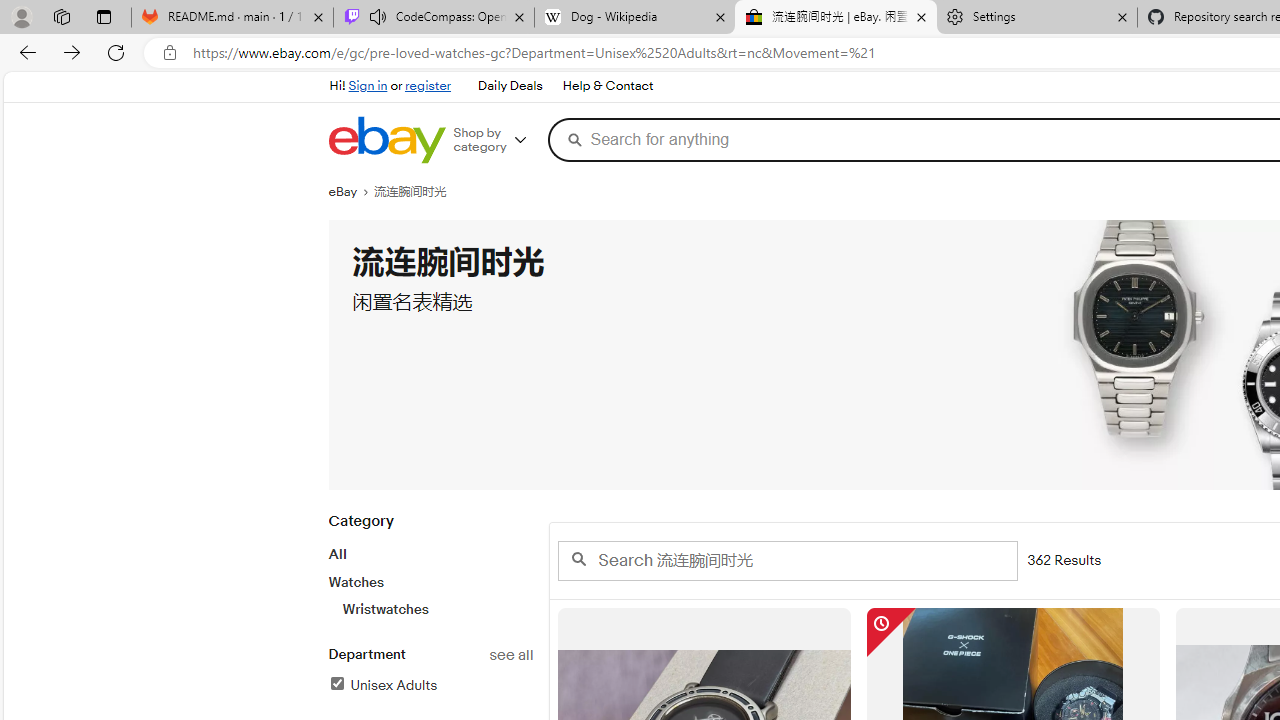 This screenshot has height=720, width=1280. I want to click on 'Help & Contact', so click(605, 85).